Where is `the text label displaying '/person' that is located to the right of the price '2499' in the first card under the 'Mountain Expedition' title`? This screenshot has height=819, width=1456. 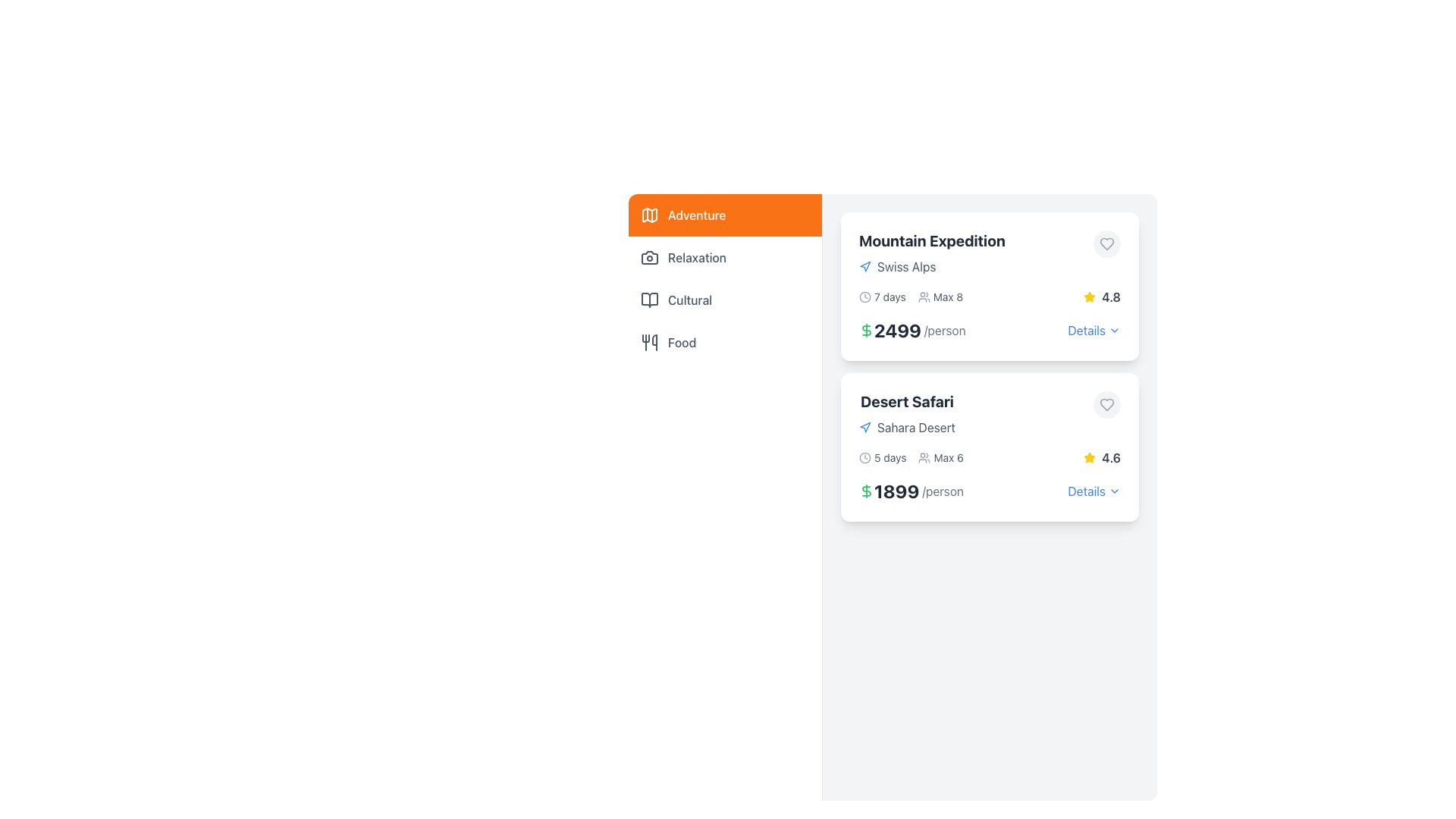
the text label displaying '/person' that is located to the right of the price '2499' in the first card under the 'Mountain Expedition' title is located at coordinates (944, 329).